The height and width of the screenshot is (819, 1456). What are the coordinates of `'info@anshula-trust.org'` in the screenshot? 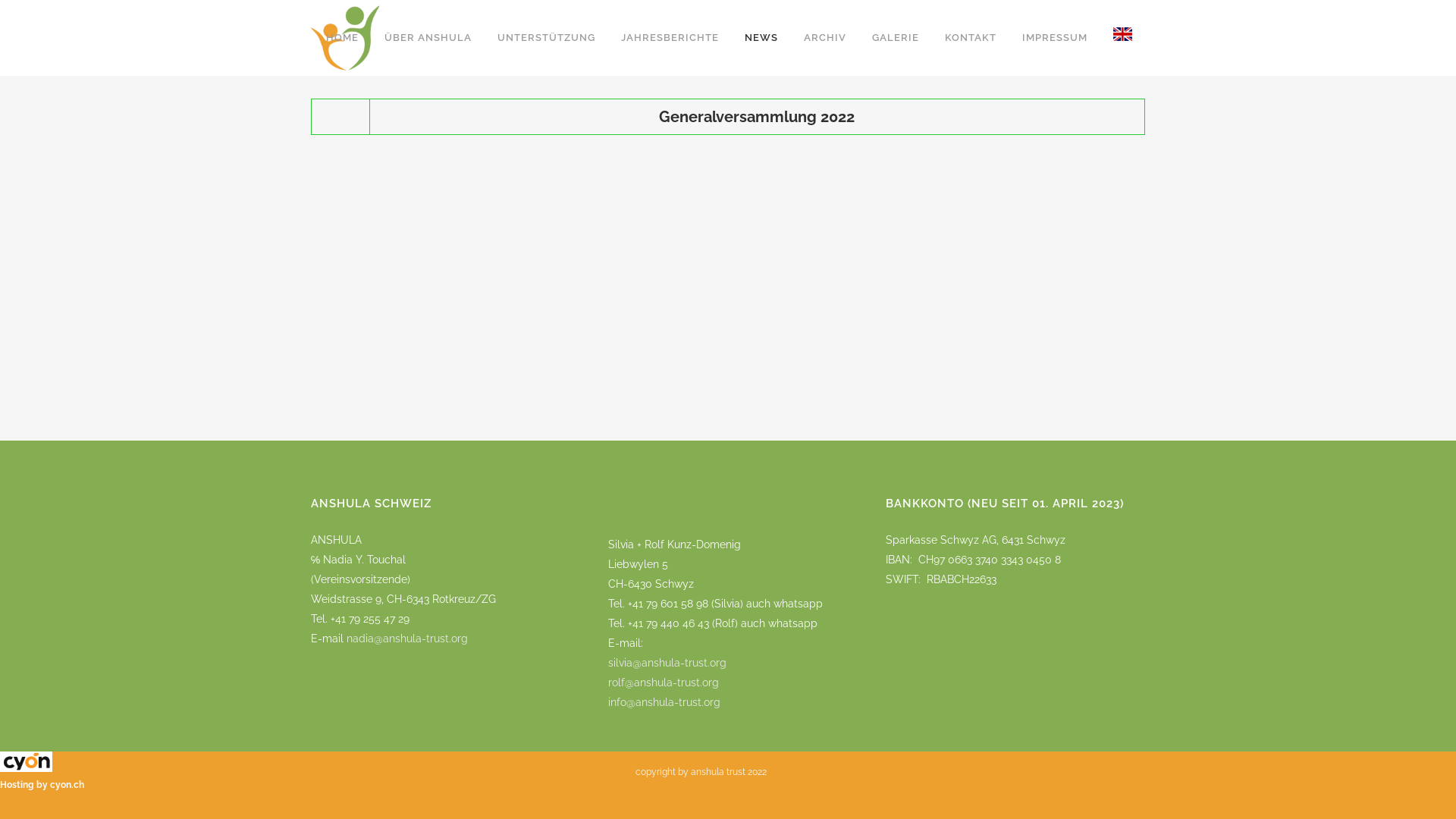 It's located at (664, 711).